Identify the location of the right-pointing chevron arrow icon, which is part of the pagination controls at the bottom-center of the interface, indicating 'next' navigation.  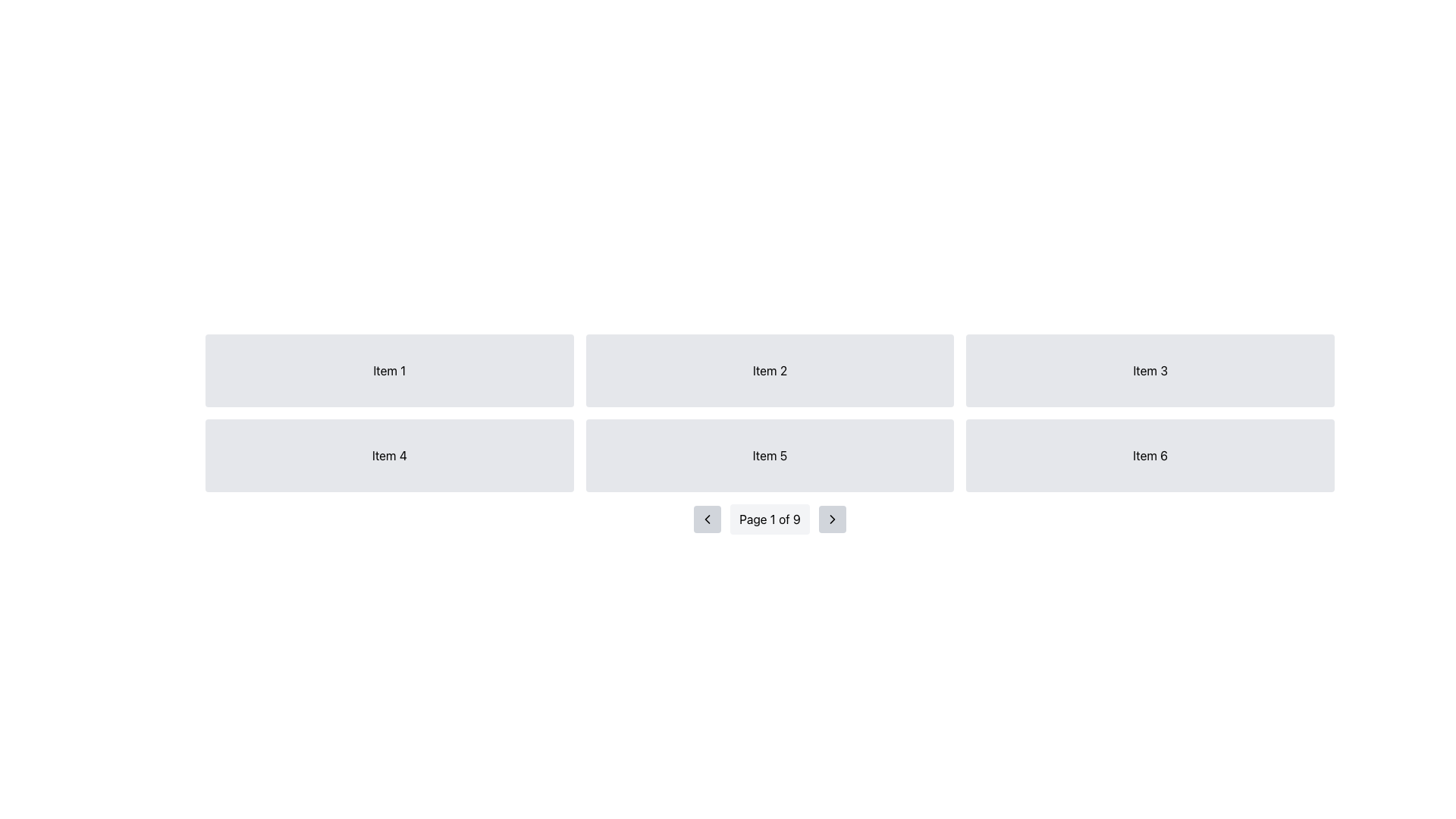
(831, 519).